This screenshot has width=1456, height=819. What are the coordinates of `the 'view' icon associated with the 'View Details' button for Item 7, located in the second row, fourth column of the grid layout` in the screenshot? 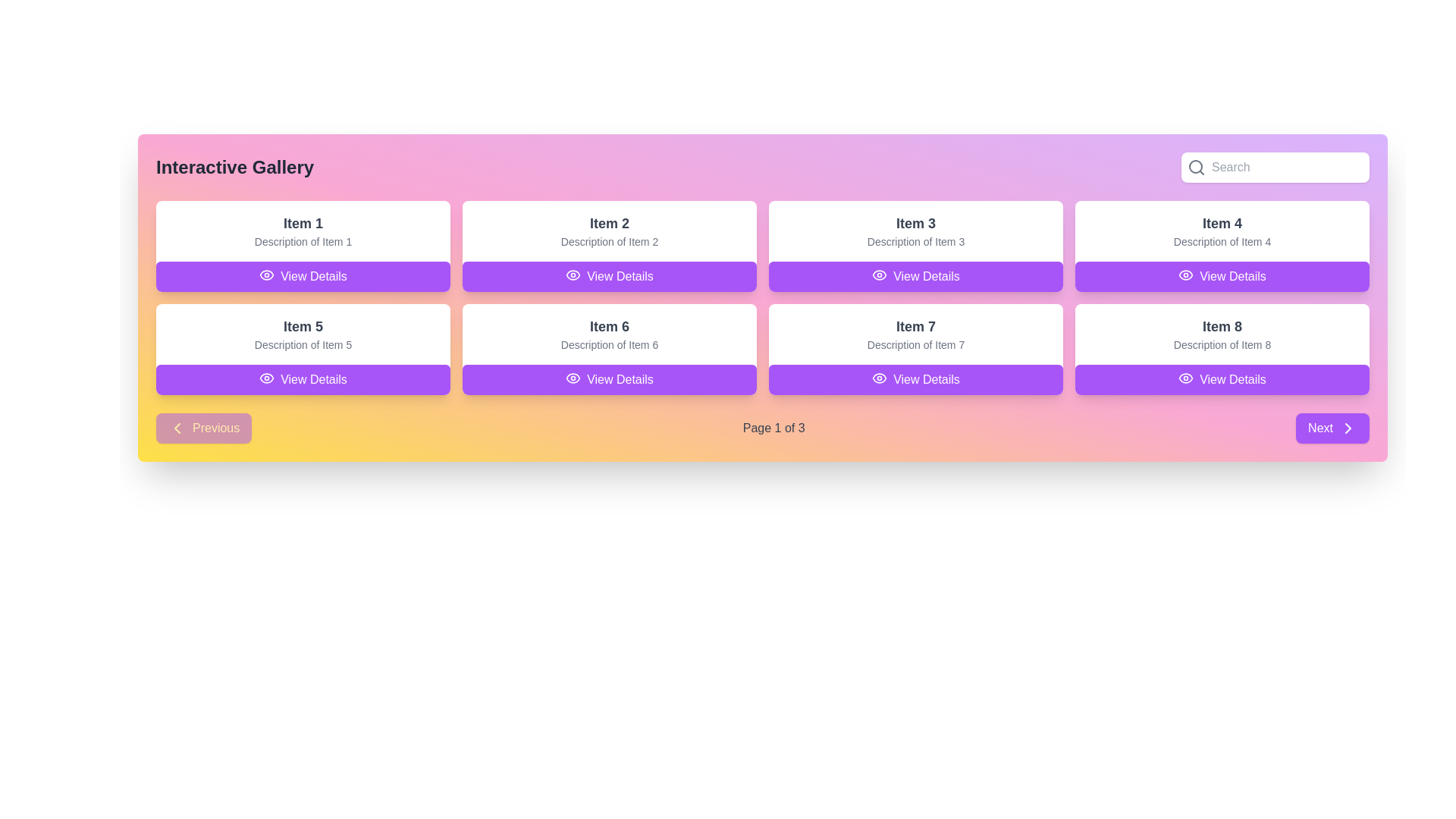 It's located at (880, 377).